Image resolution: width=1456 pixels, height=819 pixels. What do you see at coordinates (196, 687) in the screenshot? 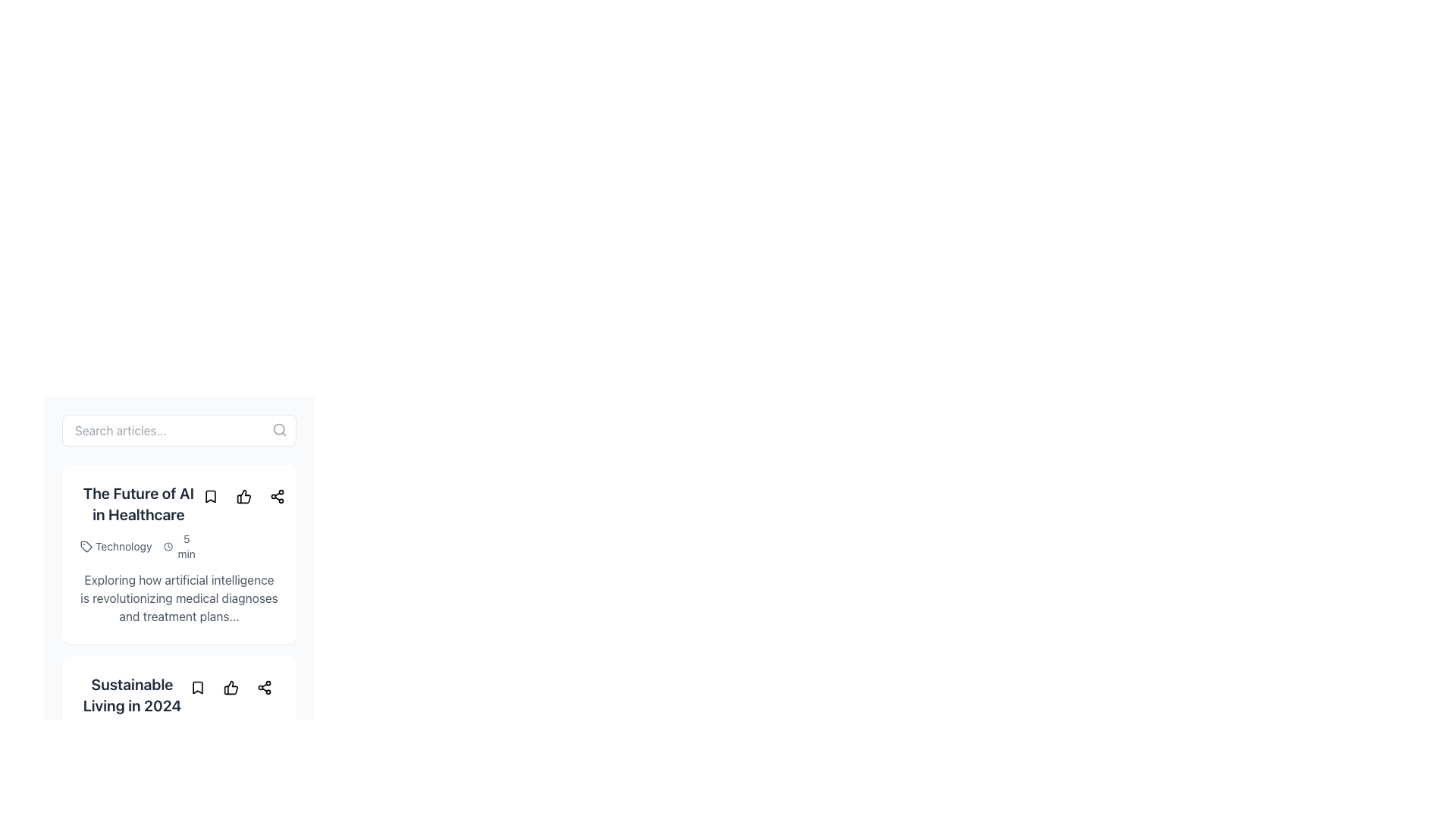
I see `the bookmark button located immediately to the right of the text 'Sustainable Living in 2024'` at bounding box center [196, 687].